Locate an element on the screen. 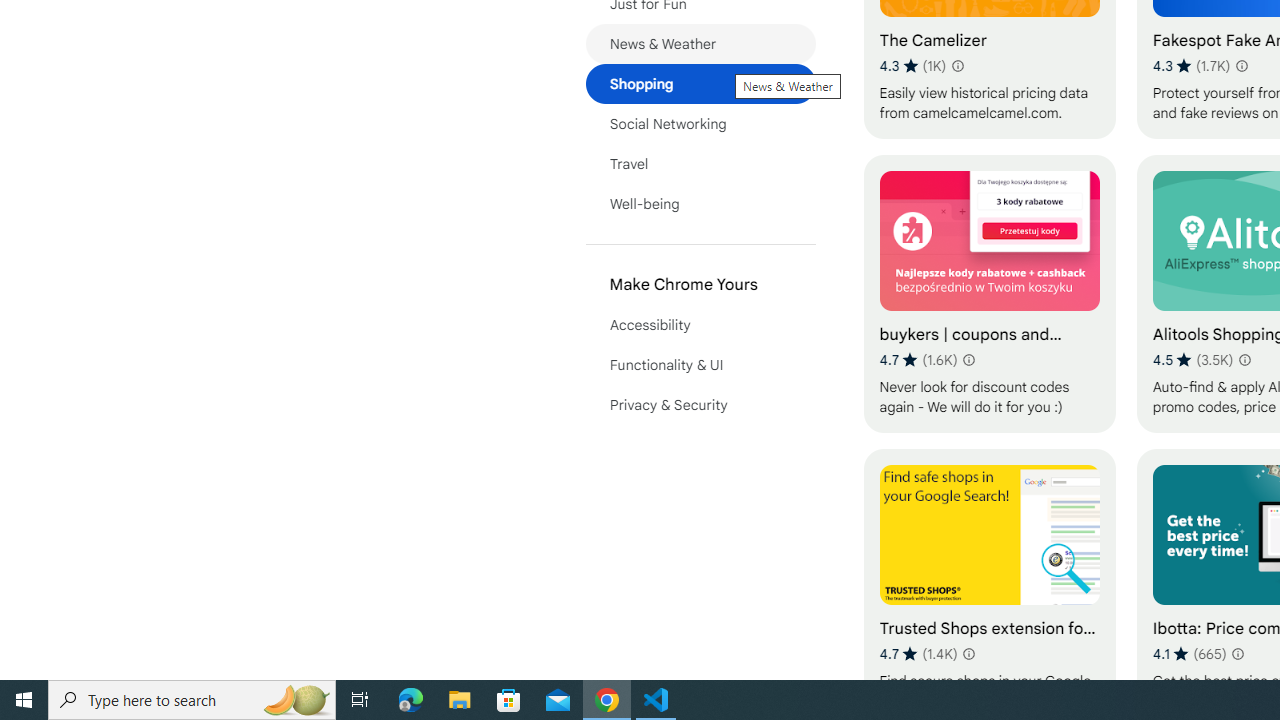 The image size is (1280, 720). 'Functionality & UI' is located at coordinates (700, 365).